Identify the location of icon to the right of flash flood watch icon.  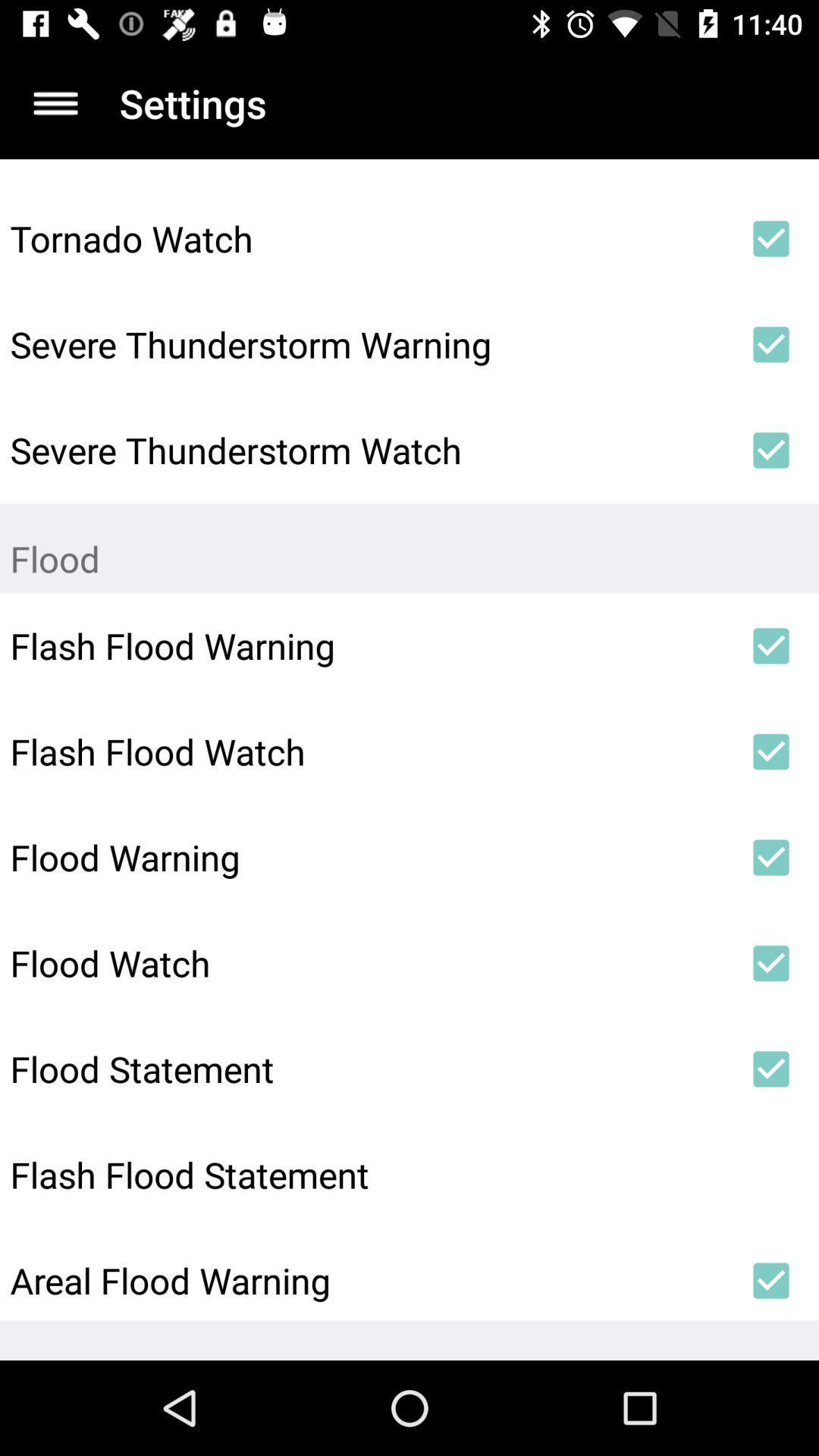
(771, 752).